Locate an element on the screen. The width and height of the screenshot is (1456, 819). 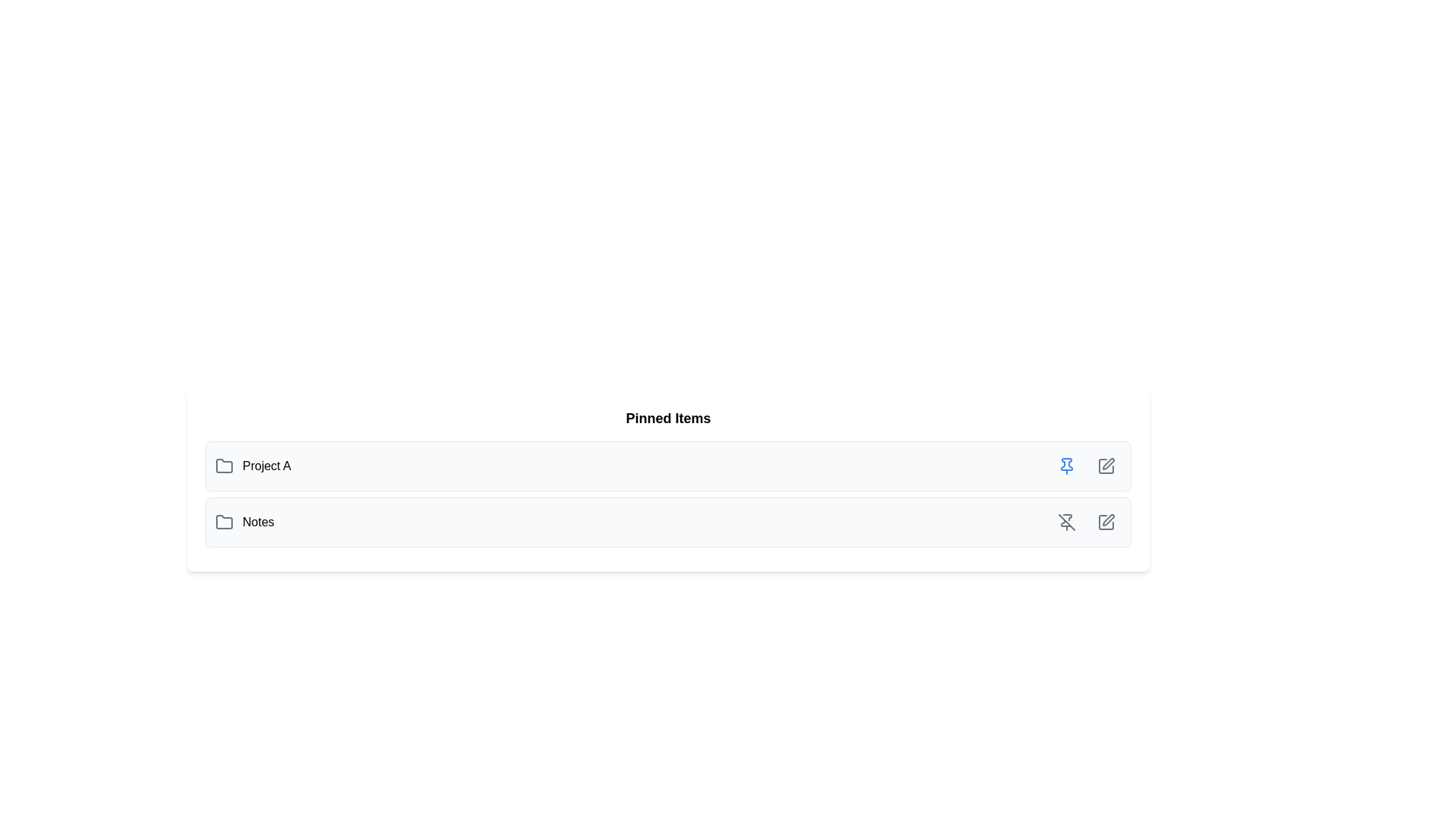
the unpin button located on the right side of the second item row in the 'Pinned Items' section to unpin the associated item is located at coordinates (1065, 522).